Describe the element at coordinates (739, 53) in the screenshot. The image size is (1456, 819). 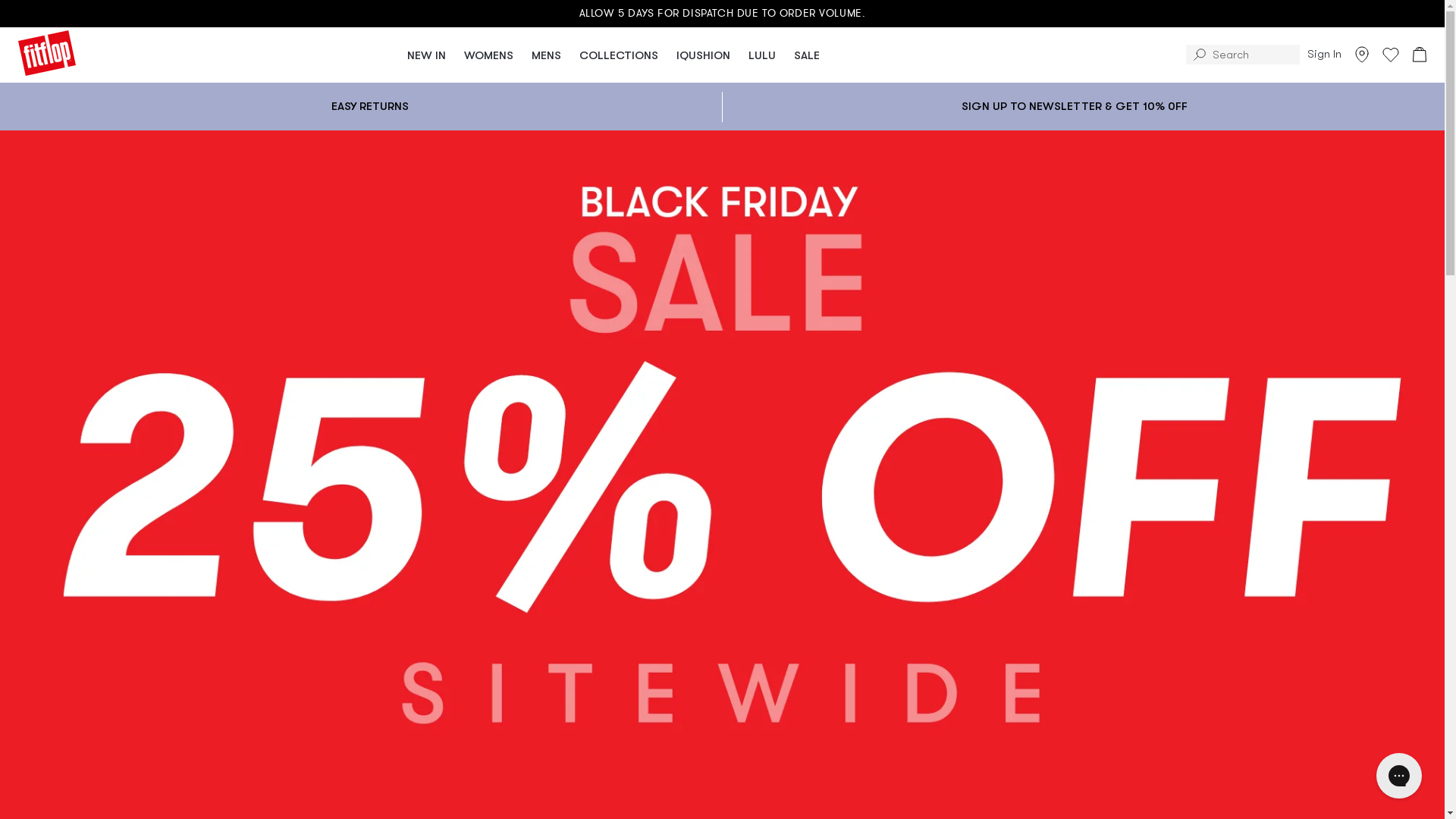
I see `'LULU'` at that location.